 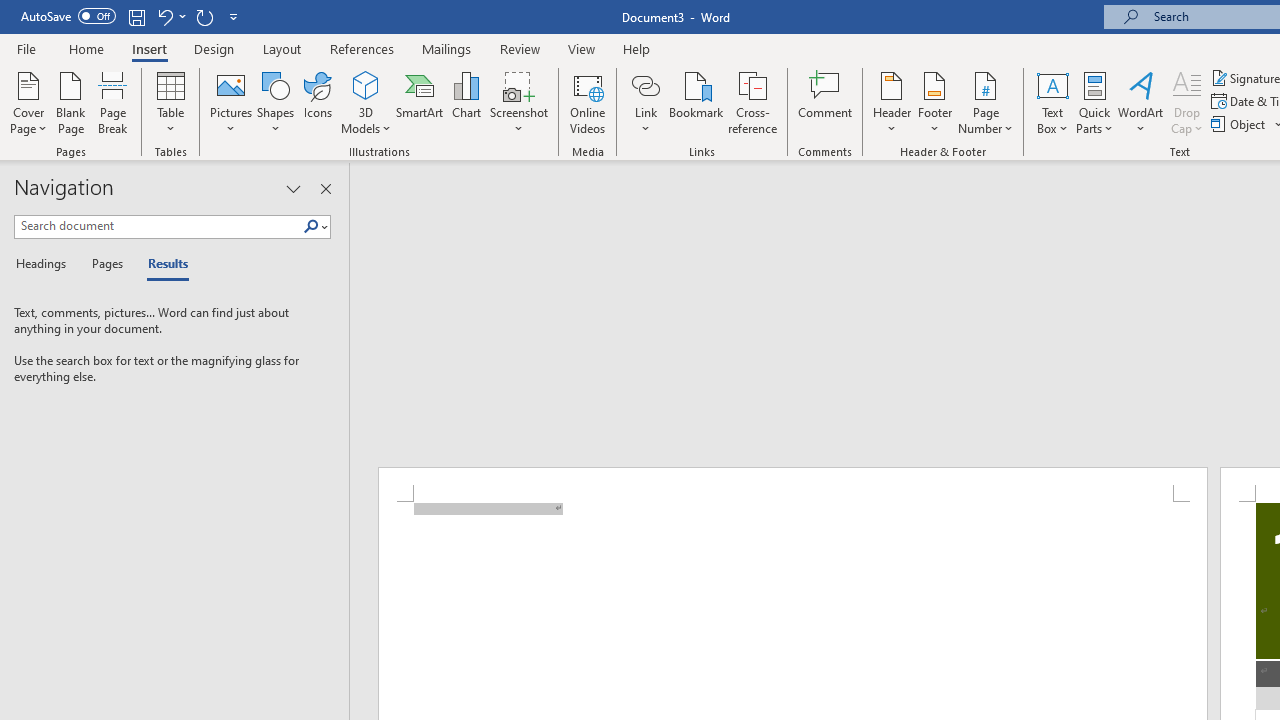 I want to click on 'Chart...', so click(x=465, y=103).